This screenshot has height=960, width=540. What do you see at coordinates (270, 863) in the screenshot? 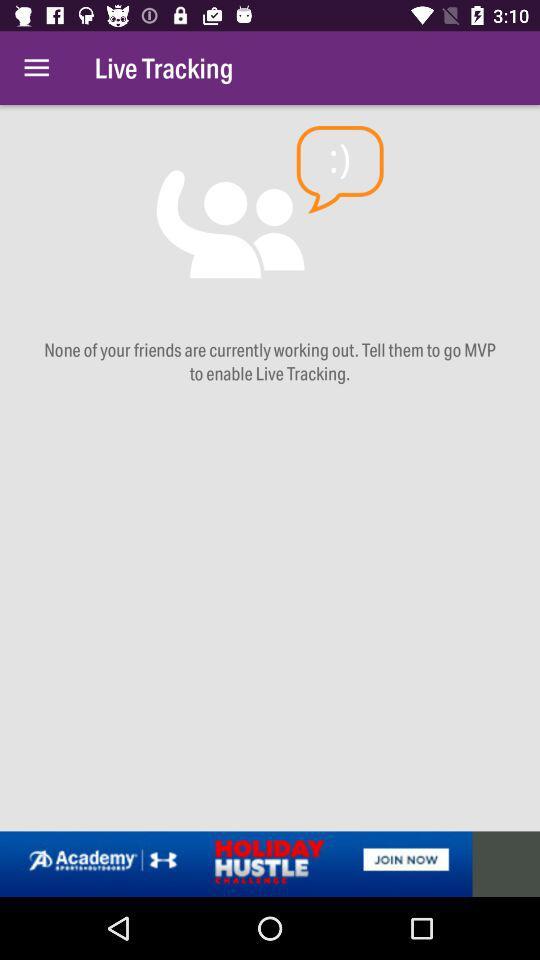
I see `advertisement` at bounding box center [270, 863].